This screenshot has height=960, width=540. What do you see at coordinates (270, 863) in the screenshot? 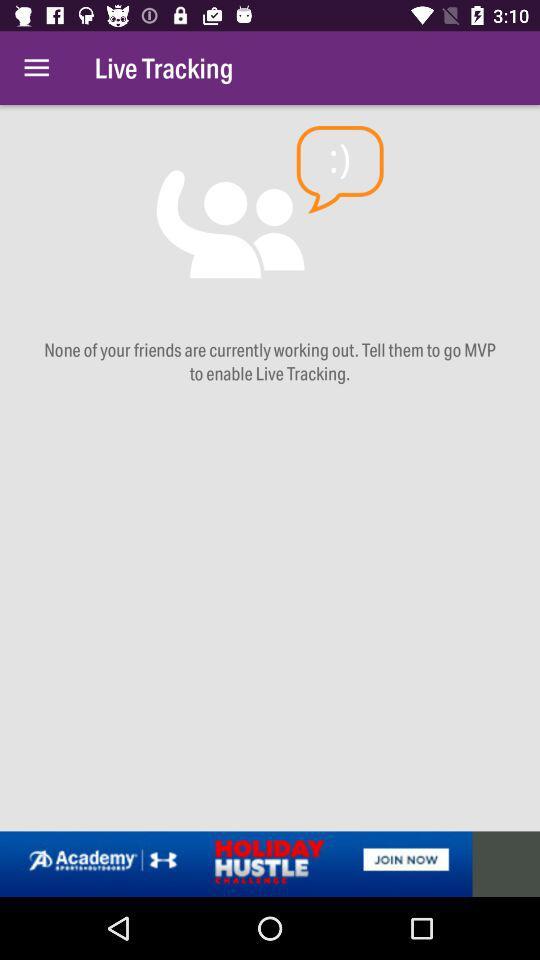
I see `advertisement` at bounding box center [270, 863].